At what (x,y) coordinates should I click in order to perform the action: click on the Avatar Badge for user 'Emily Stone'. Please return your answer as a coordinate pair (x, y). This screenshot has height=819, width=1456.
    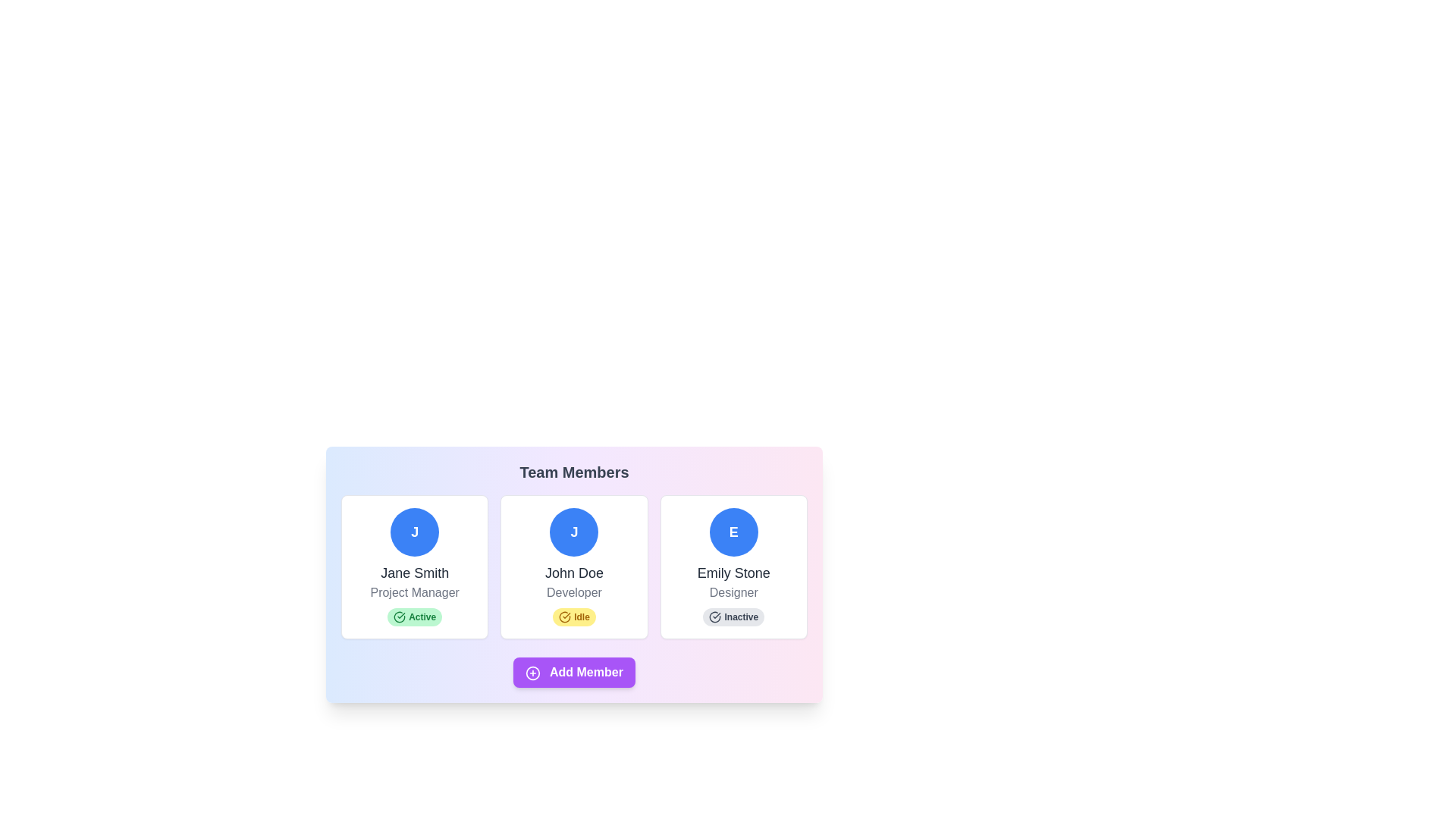
    Looking at the image, I should click on (733, 532).